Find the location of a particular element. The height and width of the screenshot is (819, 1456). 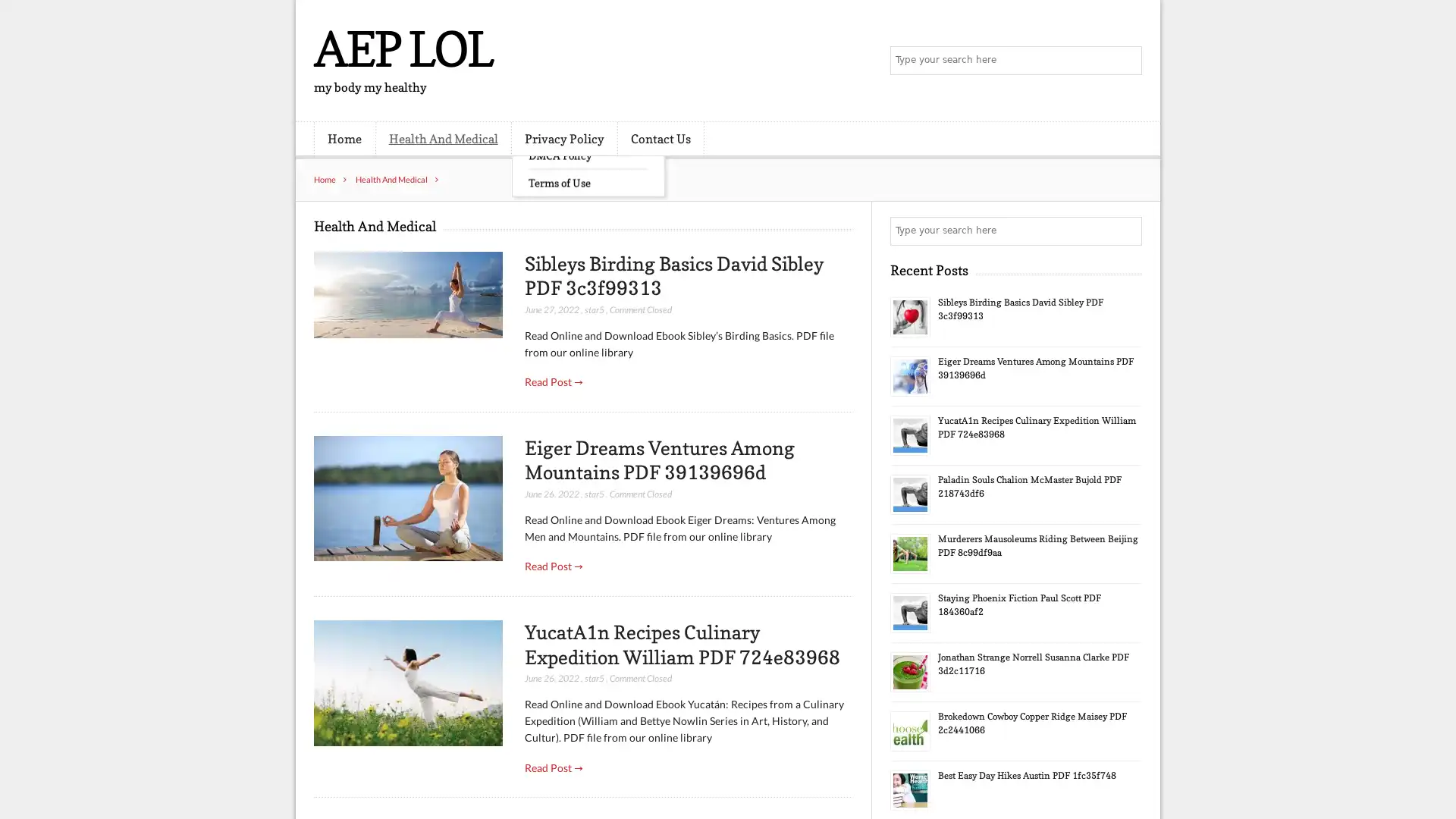

Search is located at coordinates (1126, 231).